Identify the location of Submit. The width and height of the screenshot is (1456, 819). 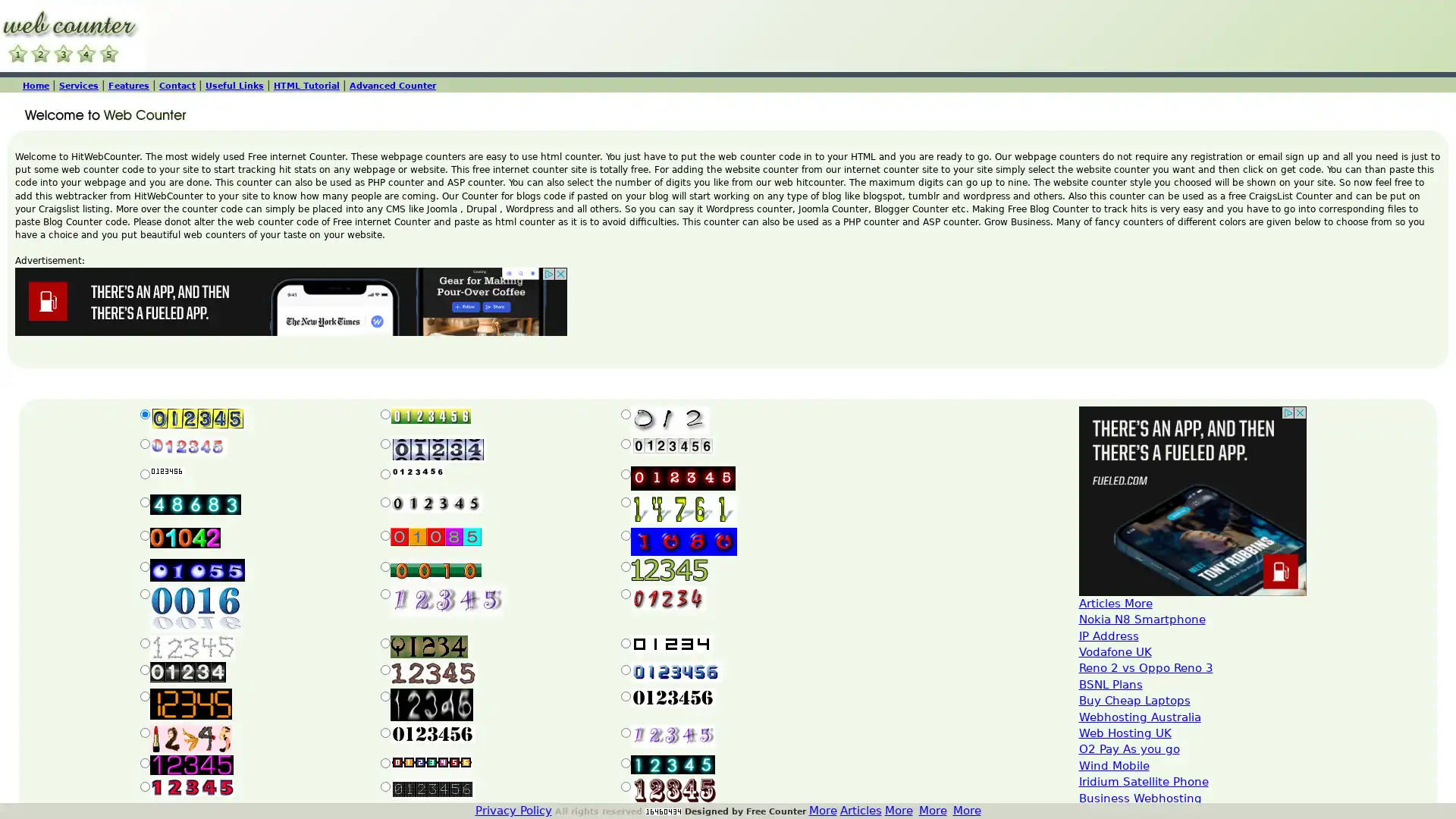
(432, 672).